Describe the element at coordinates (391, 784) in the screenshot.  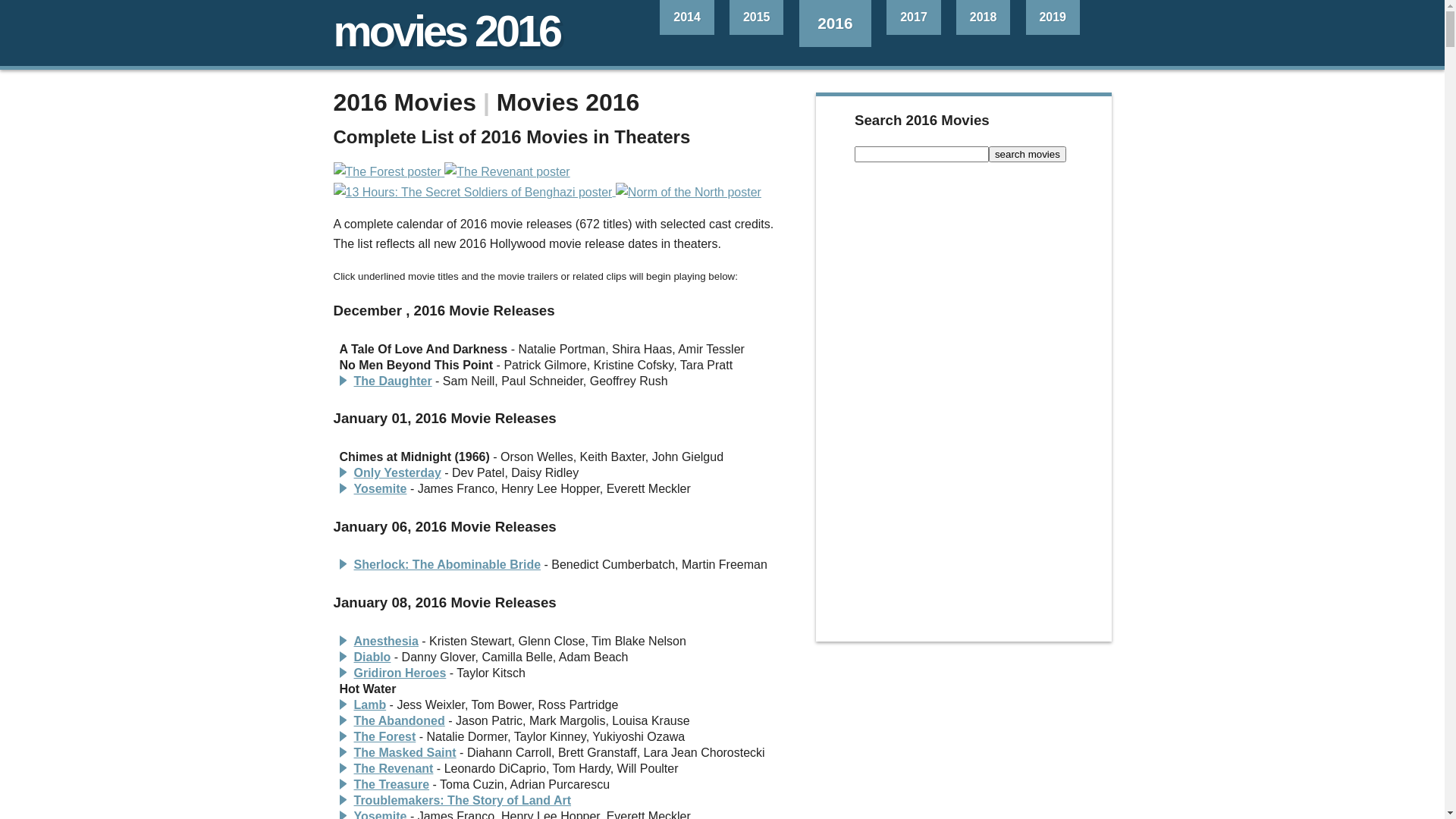
I see `'The Treasure'` at that location.